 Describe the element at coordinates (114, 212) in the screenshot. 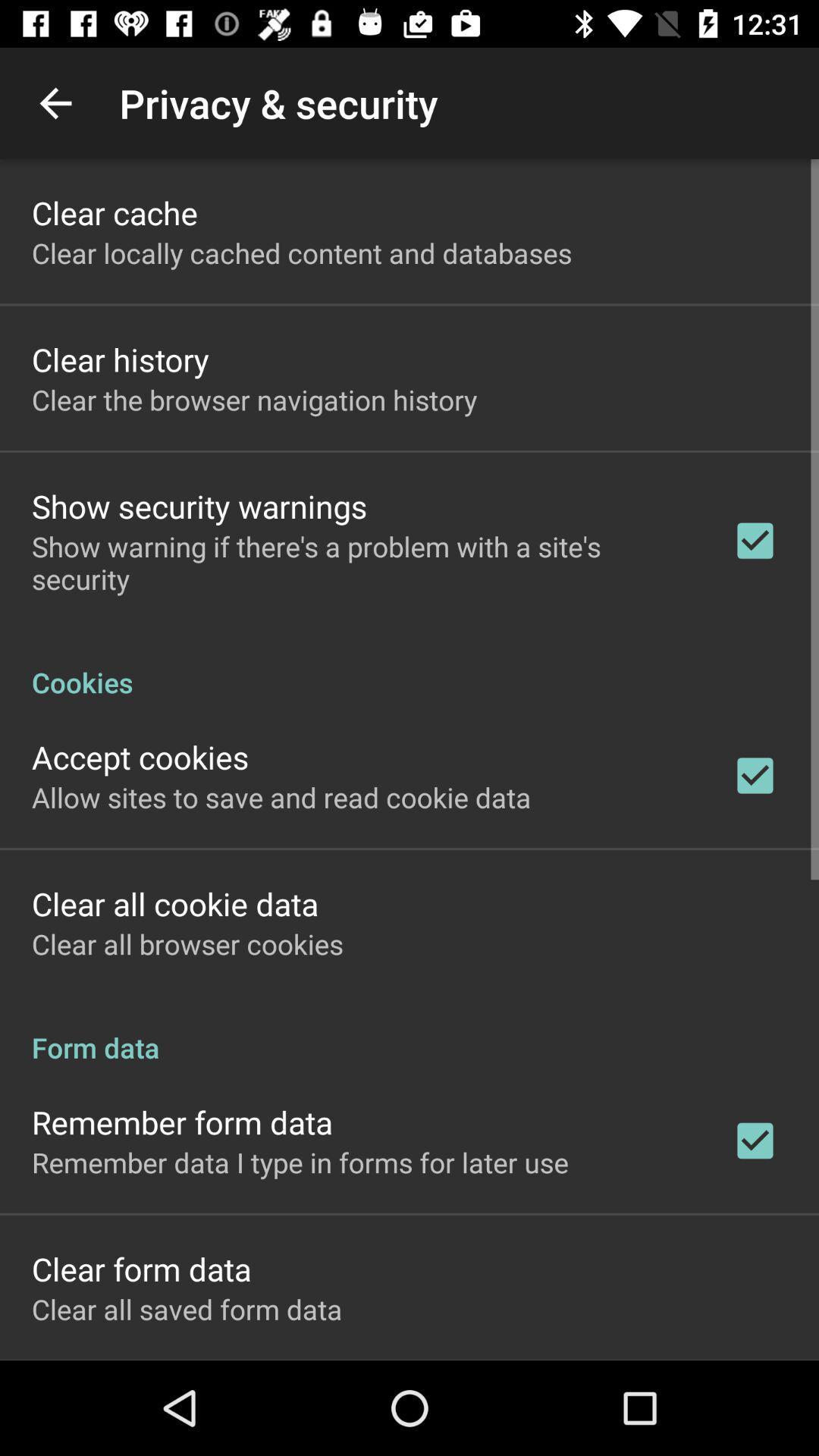

I see `the clear cache` at that location.